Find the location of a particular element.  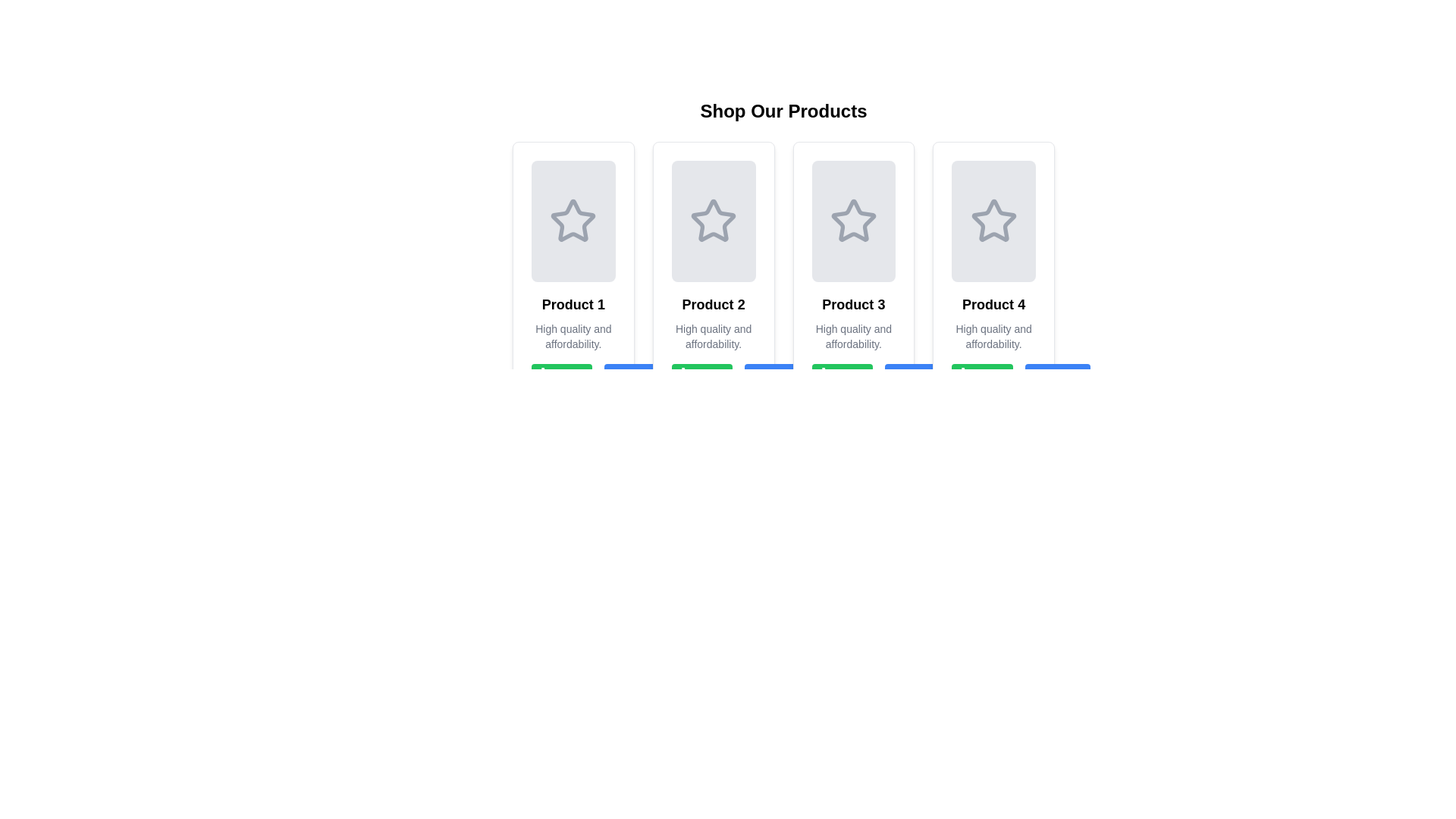

the static text label 'Product 1' is located at coordinates (573, 304).